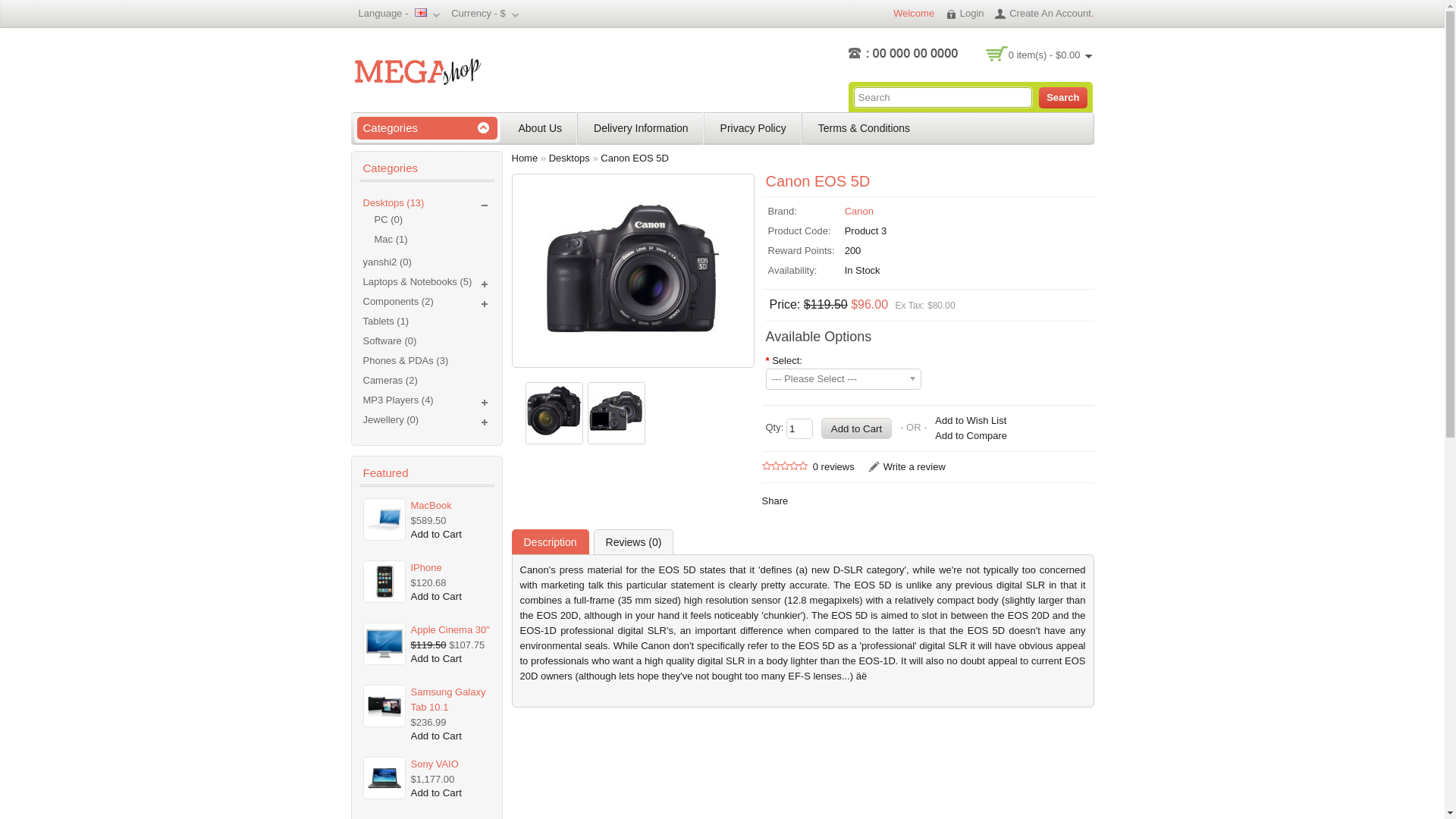 The height and width of the screenshot is (819, 1456). What do you see at coordinates (393, 202) in the screenshot?
I see `'Desktops (13)'` at bounding box center [393, 202].